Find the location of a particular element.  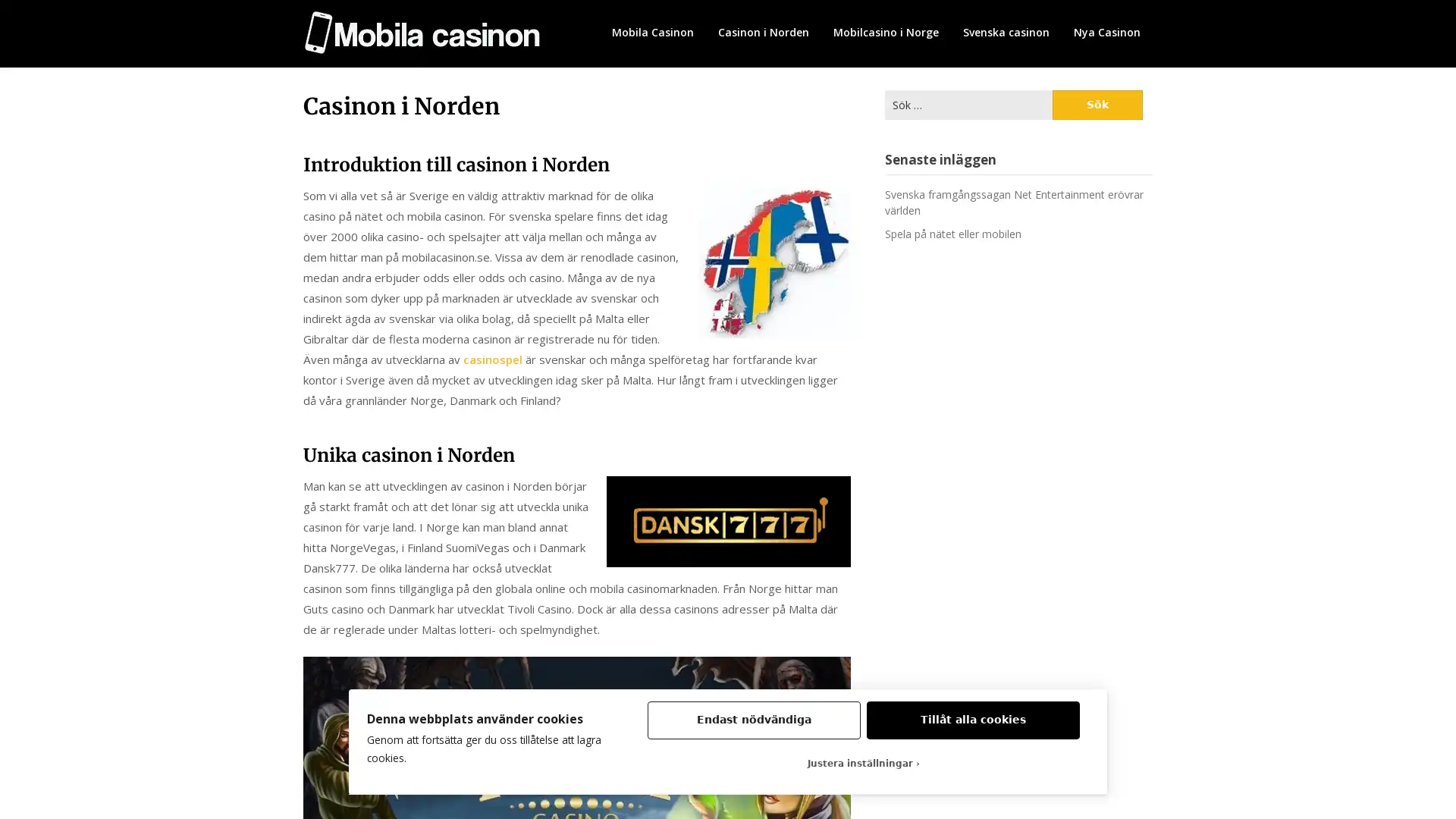

Justera installningar is located at coordinates (863, 763).